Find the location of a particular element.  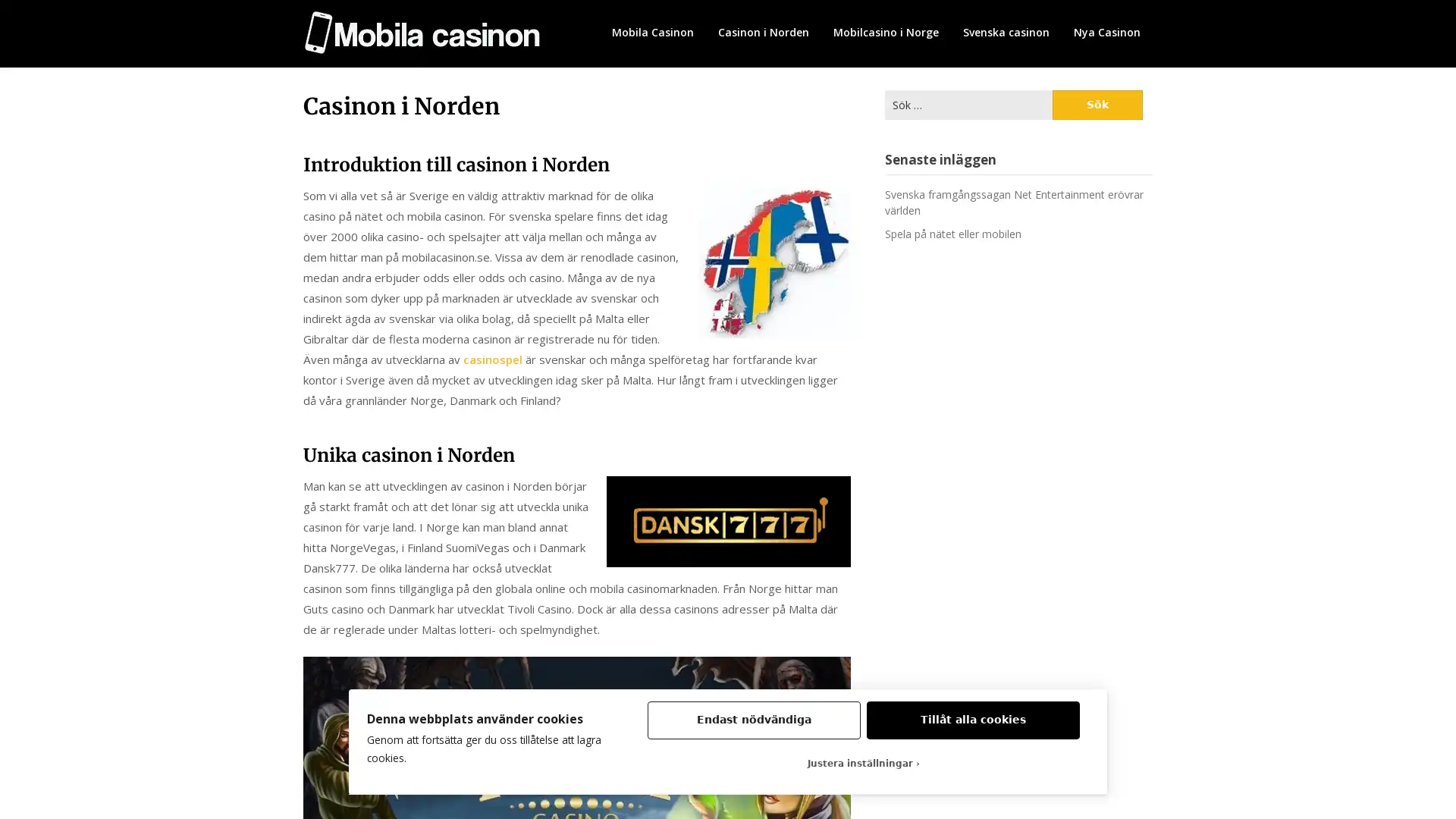

Justera installningar is located at coordinates (863, 763).